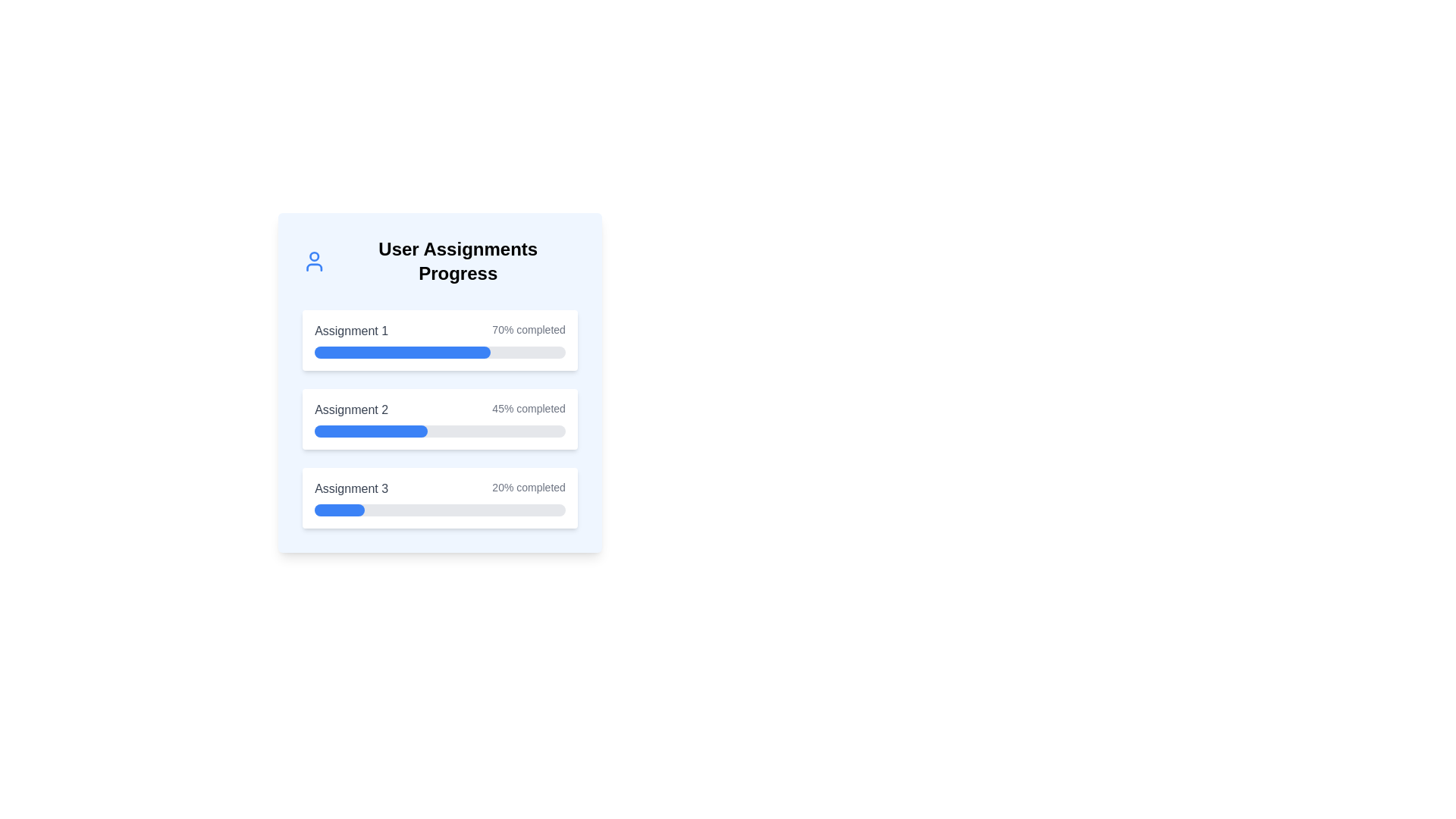 The image size is (1456, 819). What do you see at coordinates (439, 353) in the screenshot?
I see `the progress visually on the horizontal progress bar styled with a rounded, gray background and a blue-filled portion indicating progress, located below the 'Assignment 1' text and '70% completed' label` at bounding box center [439, 353].